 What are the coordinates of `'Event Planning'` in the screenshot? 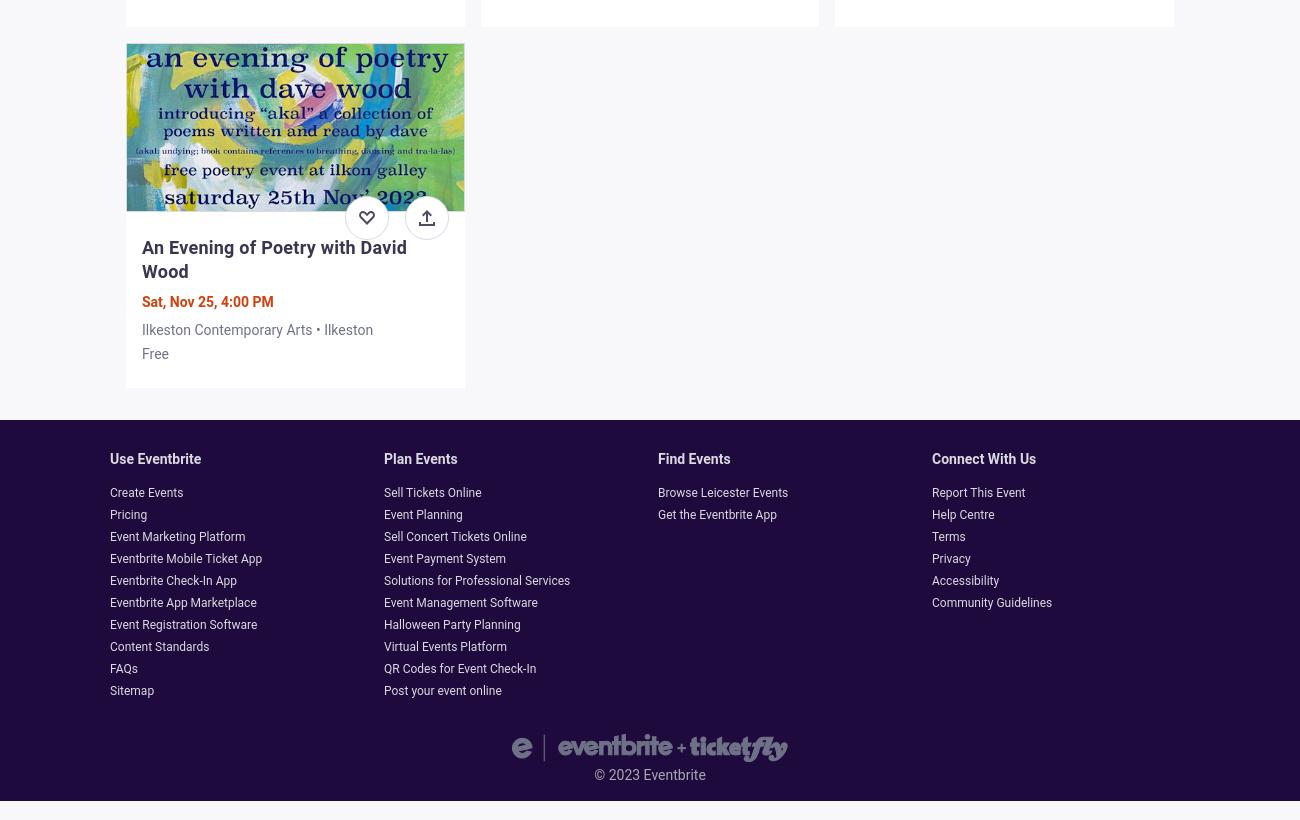 It's located at (423, 513).